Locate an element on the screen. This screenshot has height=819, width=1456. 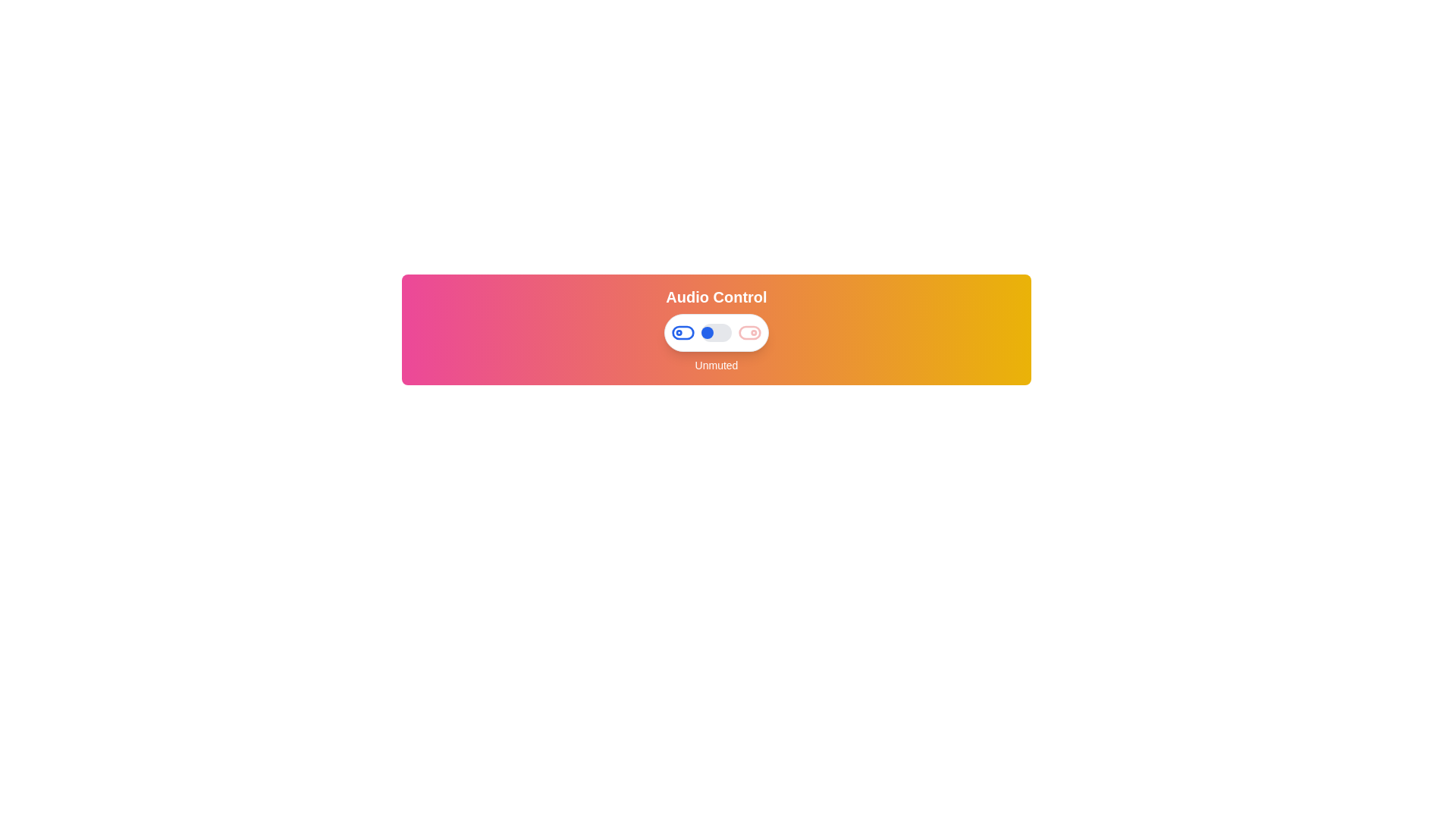
labels for current audio status on the 'Audio Control' card, which features a toggle switch and displays 'Unmuted' at the bottom is located at coordinates (716, 329).